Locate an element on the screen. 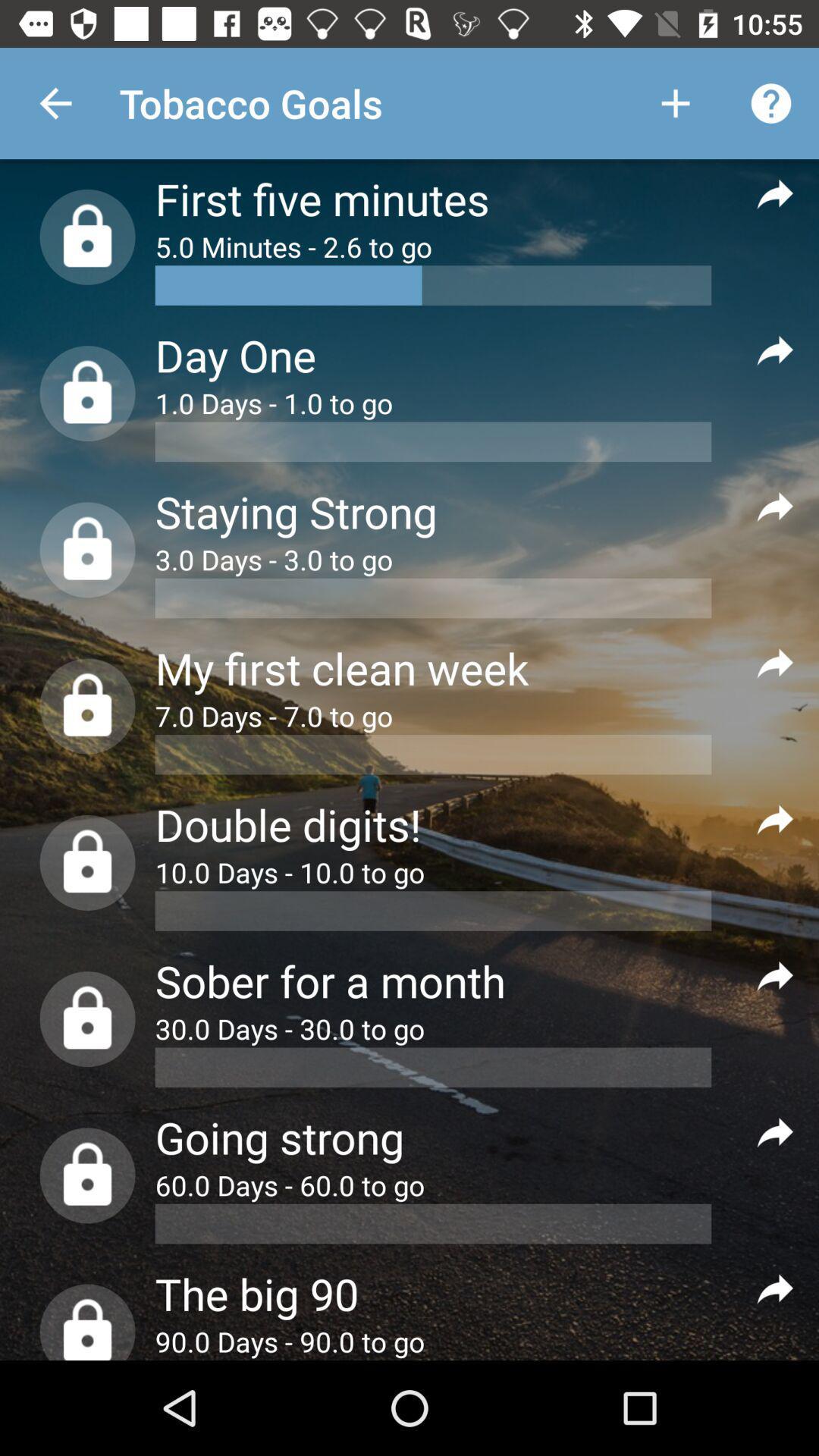 Image resolution: width=819 pixels, height=1456 pixels. click for more info is located at coordinates (775, 506).